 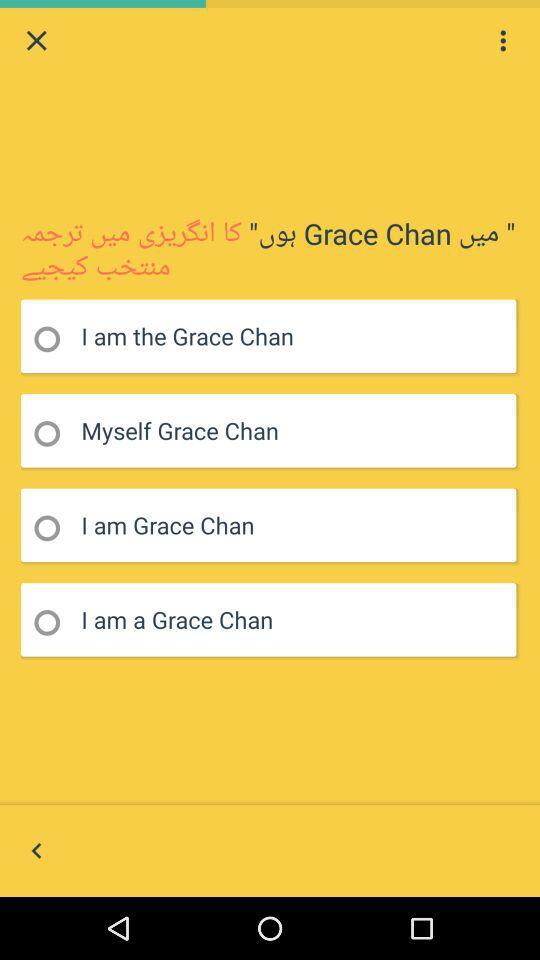 I want to click on the close icon, so click(x=36, y=42).